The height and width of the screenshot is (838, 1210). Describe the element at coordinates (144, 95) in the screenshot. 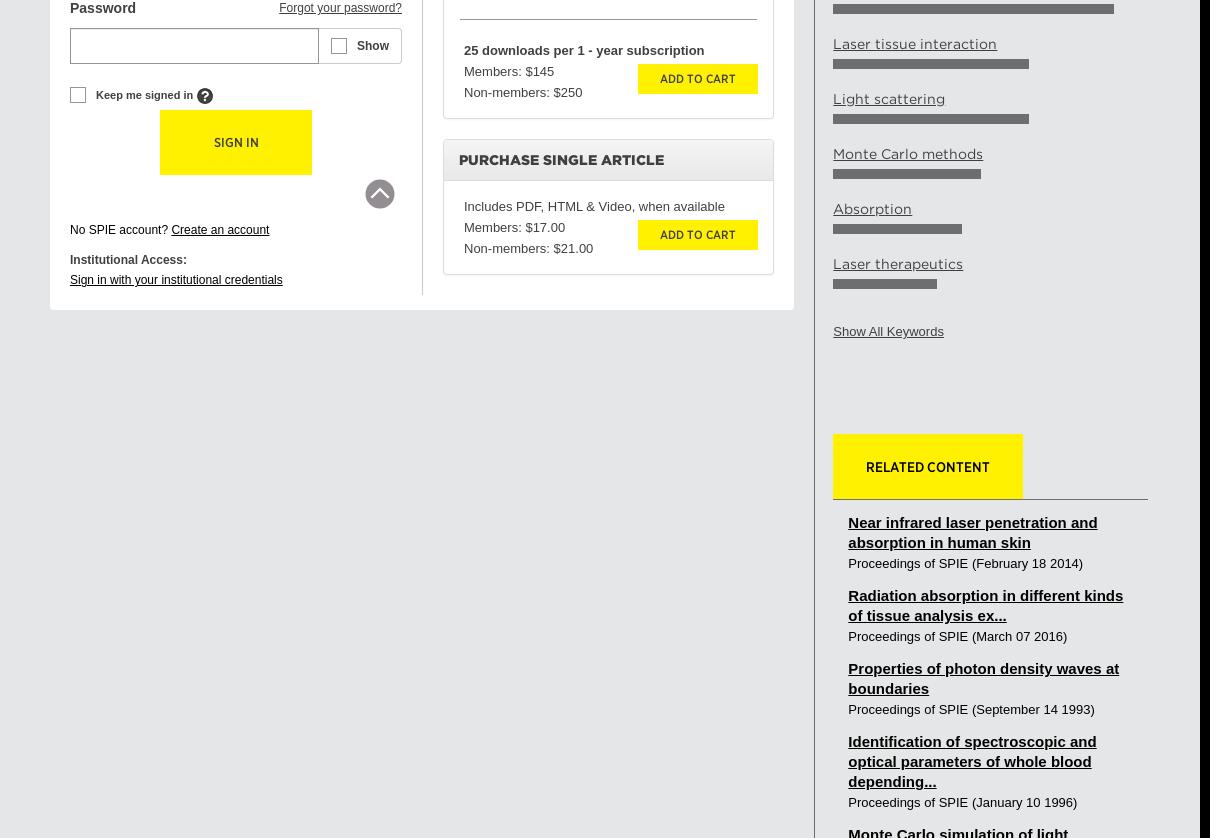

I see `'Keep me signed in'` at that location.